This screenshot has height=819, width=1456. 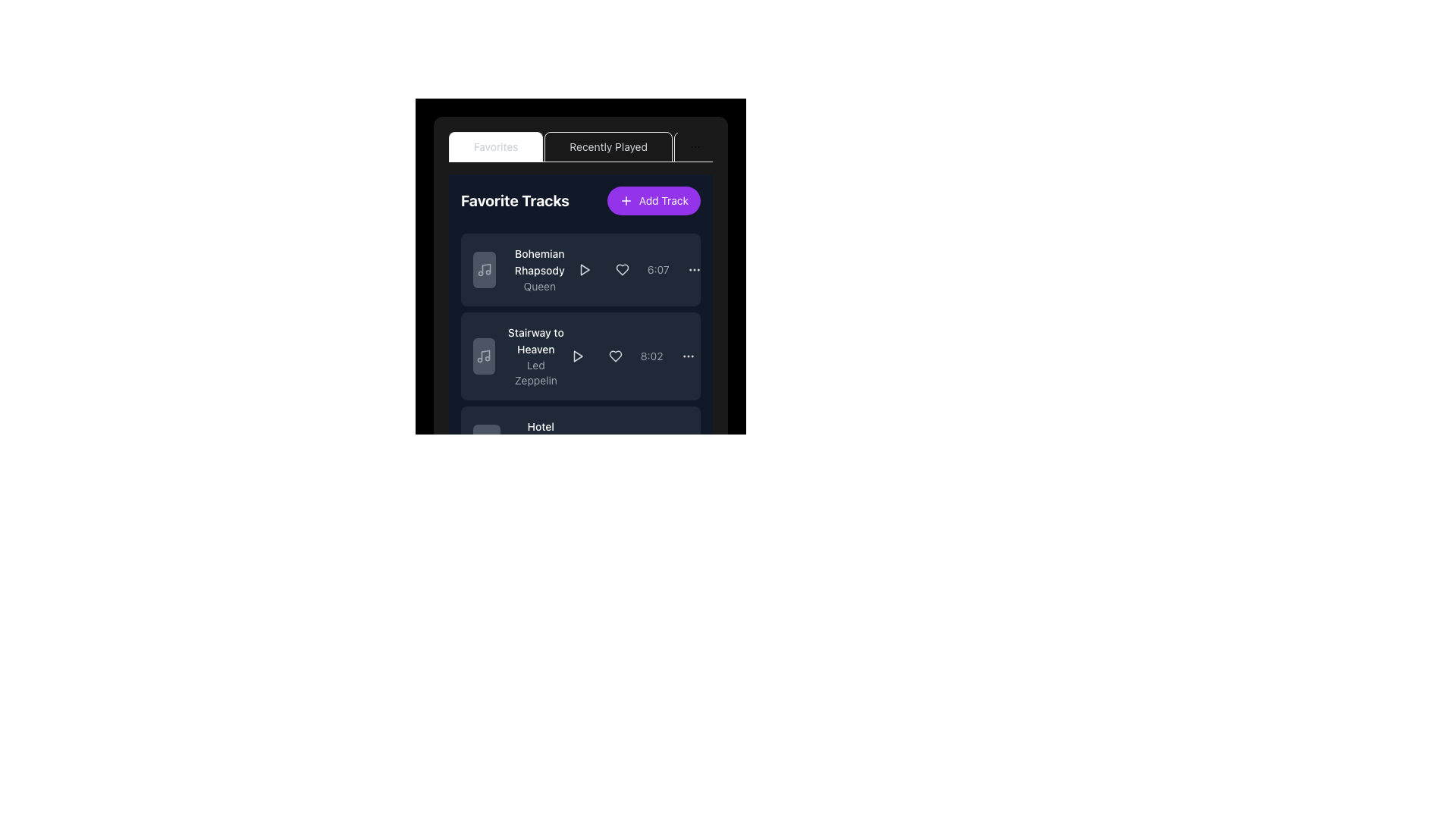 What do you see at coordinates (622, 268) in the screenshot?
I see `the heart icon button` at bounding box center [622, 268].